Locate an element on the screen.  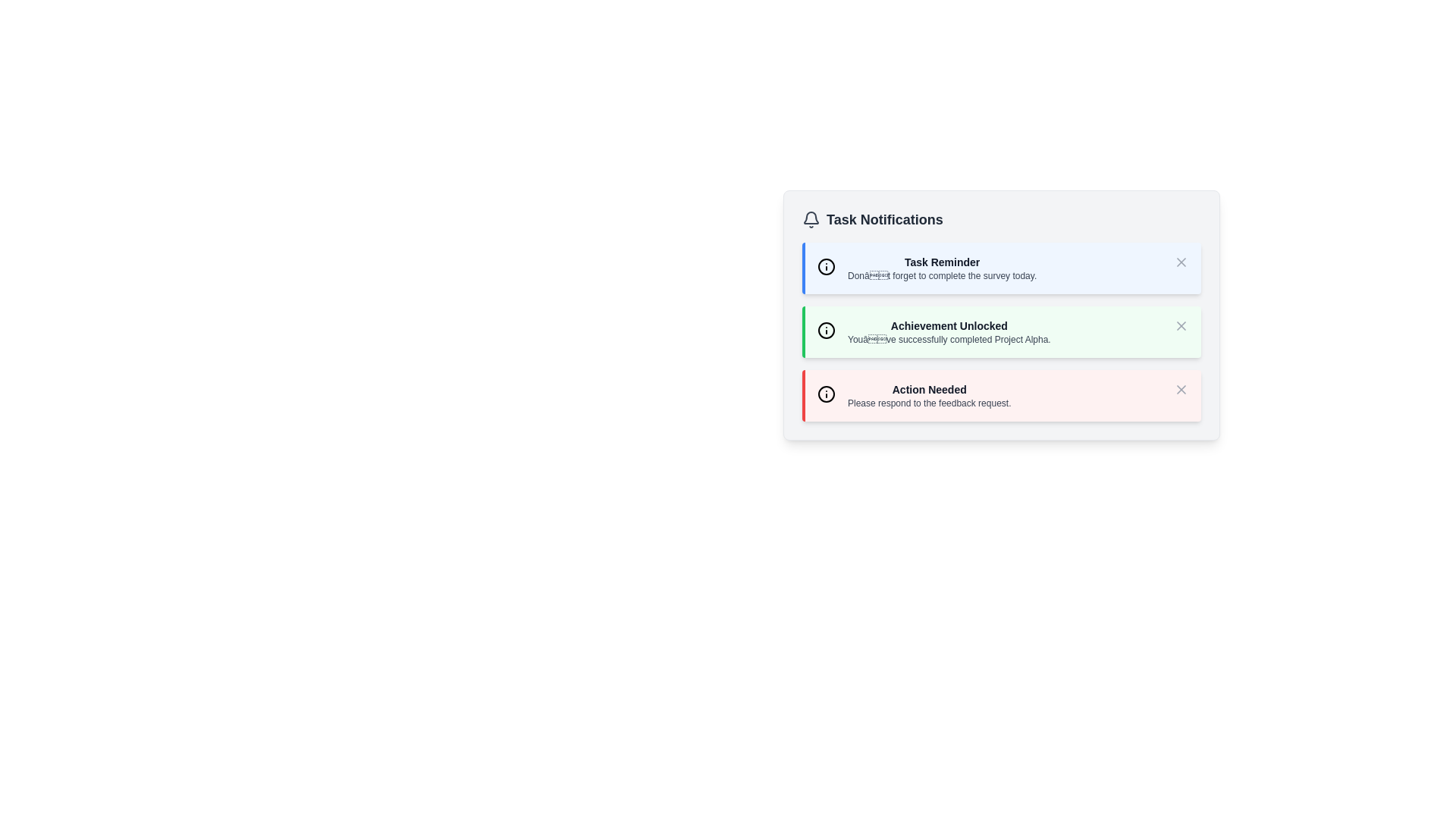
the circular informational icon with a thin black border and white fill, located in the center of the green-highlighted notification box titled 'Achievement Unlocked' is located at coordinates (825, 329).